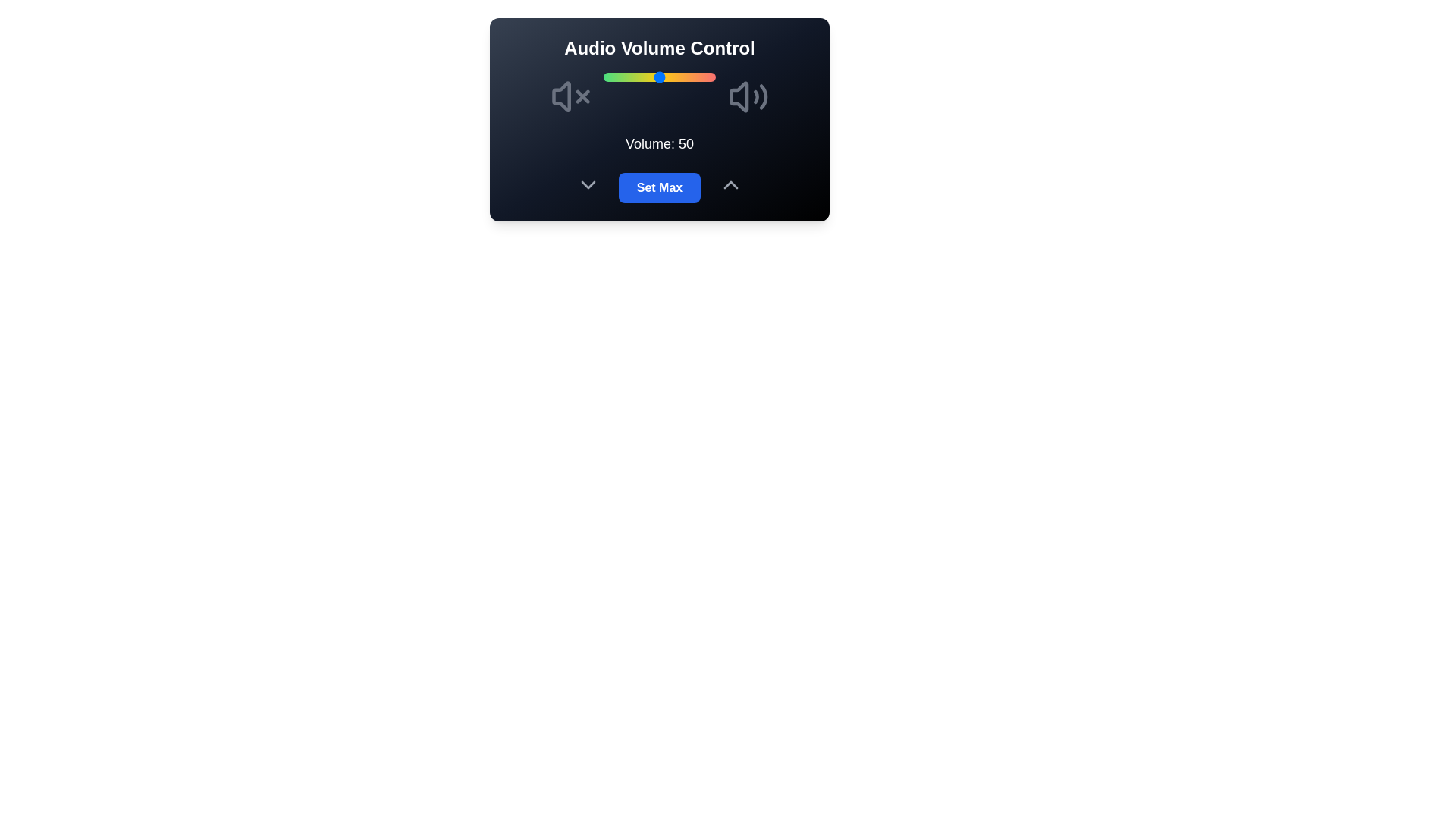 The height and width of the screenshot is (819, 1456). Describe the element at coordinates (731, 184) in the screenshot. I see `the up arrow to adjust the volume` at that location.